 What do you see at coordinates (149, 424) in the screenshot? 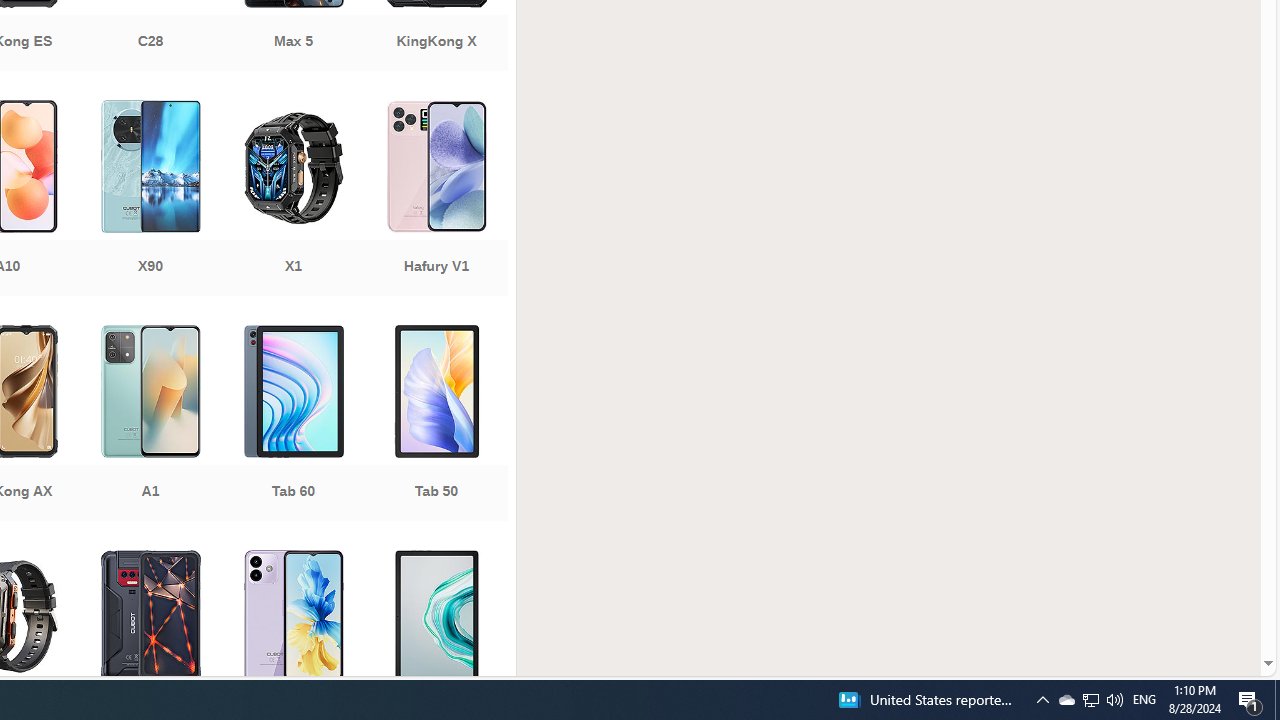
I see `'A1'` at bounding box center [149, 424].